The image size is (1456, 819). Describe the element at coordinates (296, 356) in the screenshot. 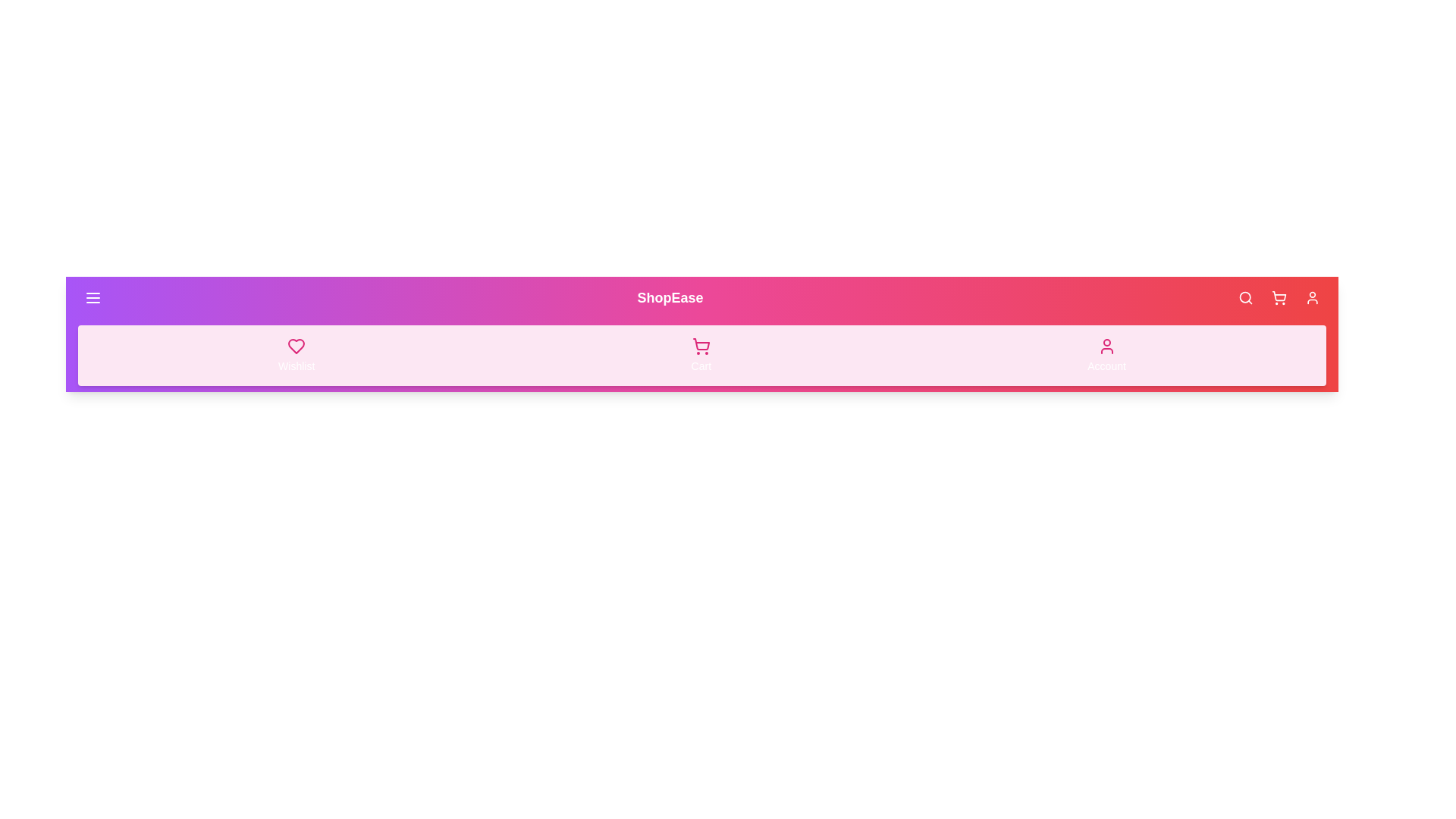

I see `the Wishlist button to interact with it` at that location.